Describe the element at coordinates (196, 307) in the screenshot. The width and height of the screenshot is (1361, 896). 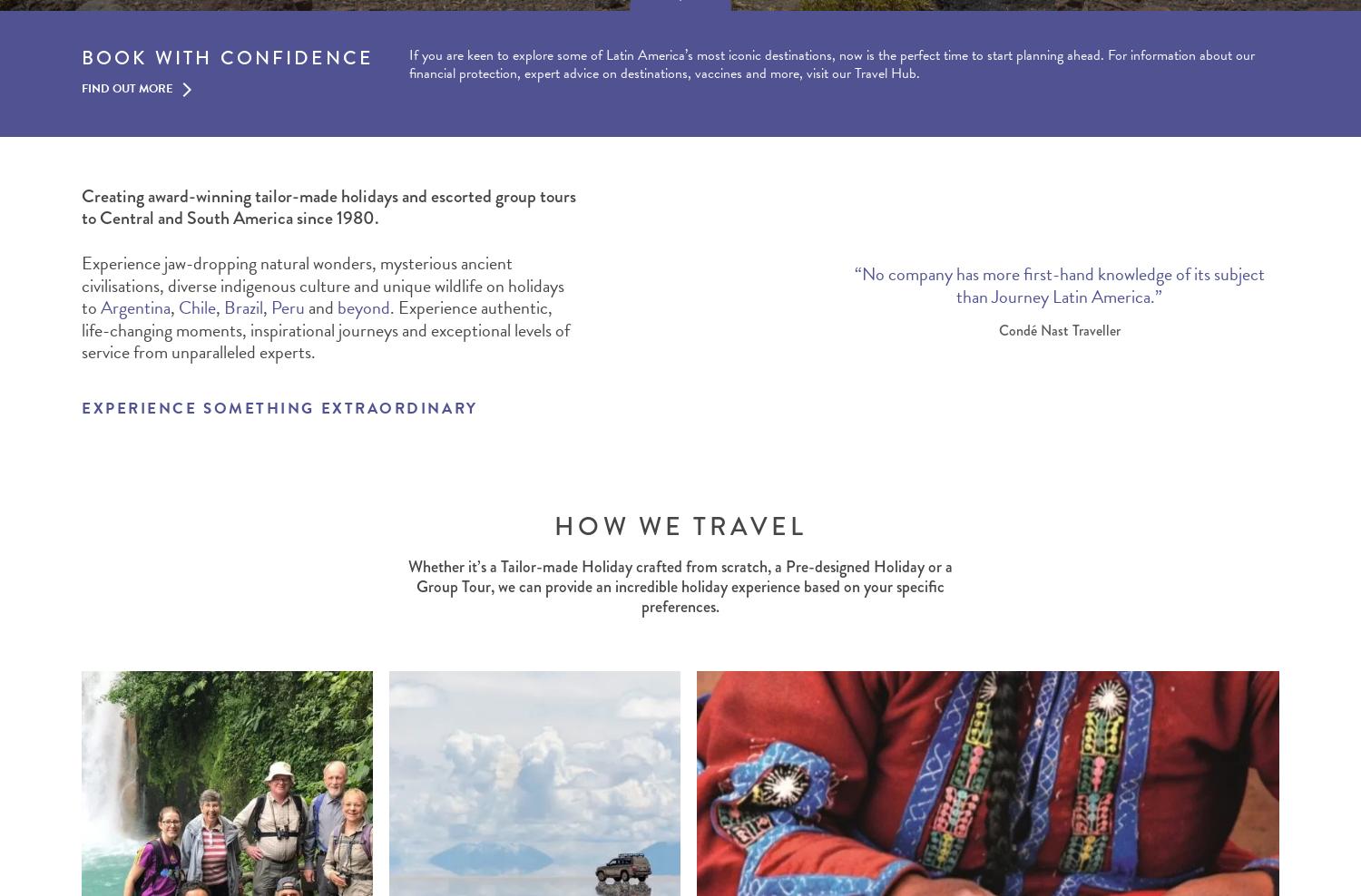
I see `'Chile'` at that location.